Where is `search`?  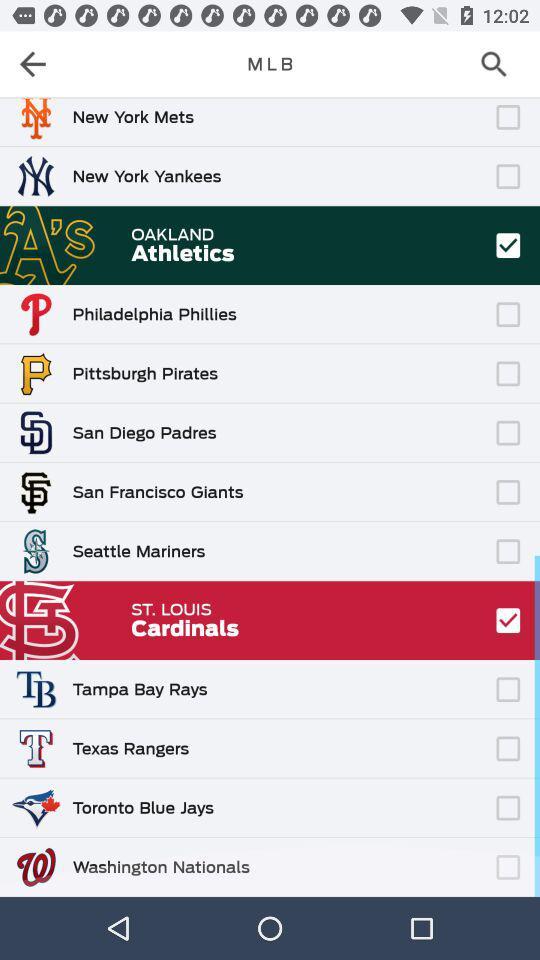 search is located at coordinates (499, 64).